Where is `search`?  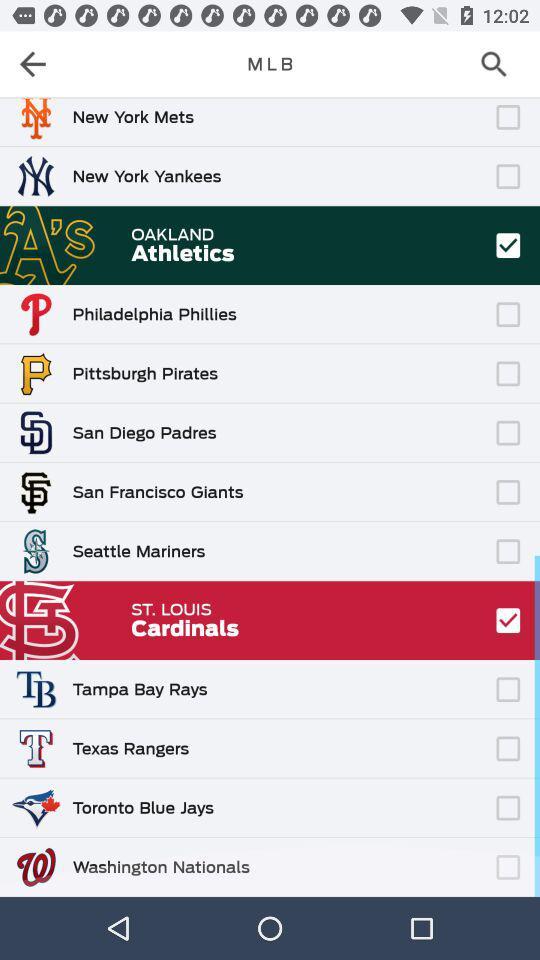 search is located at coordinates (499, 64).